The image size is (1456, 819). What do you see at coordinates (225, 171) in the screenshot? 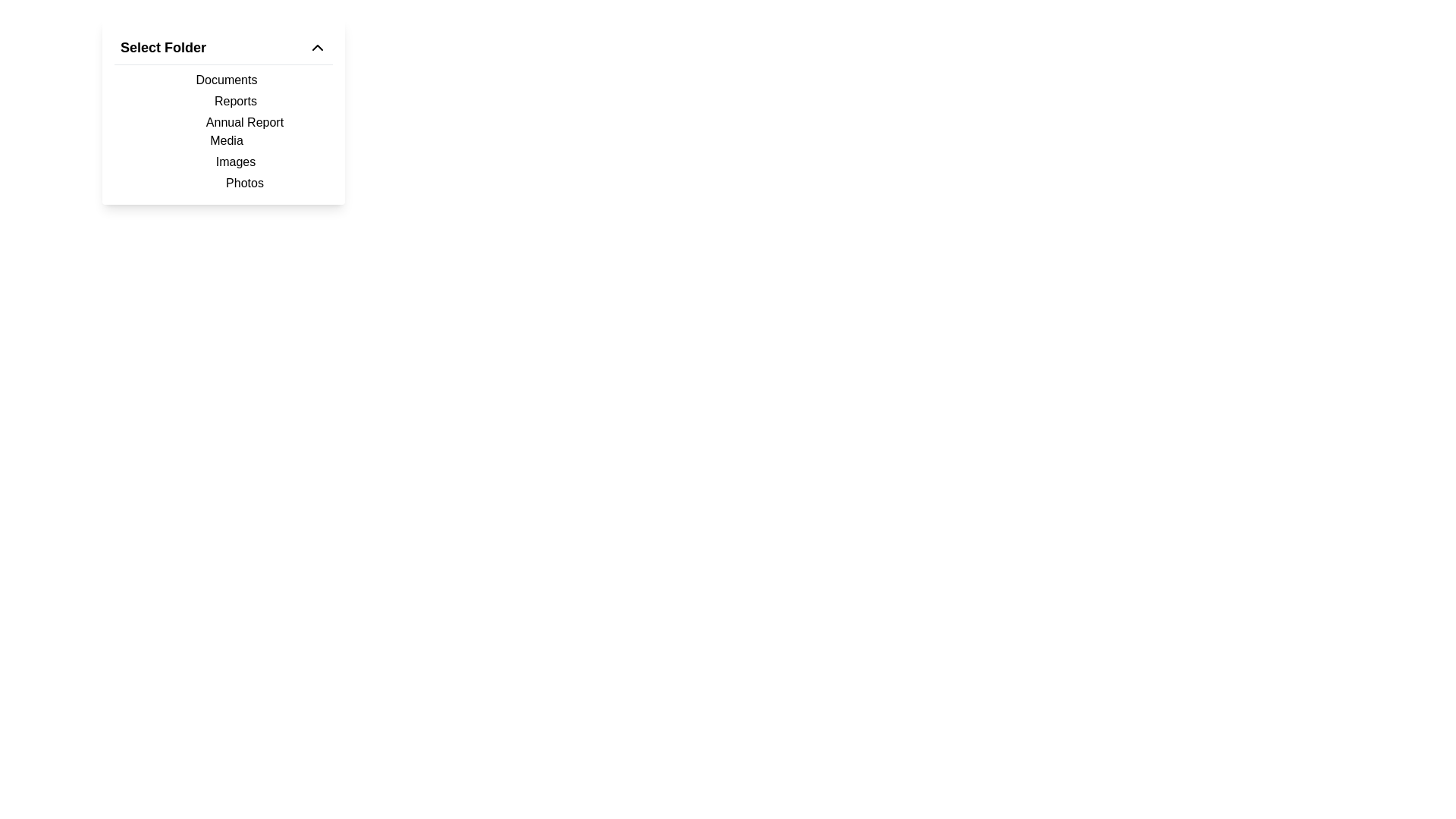
I see `the 'Images' navigation item in the dropdown menu` at bounding box center [225, 171].